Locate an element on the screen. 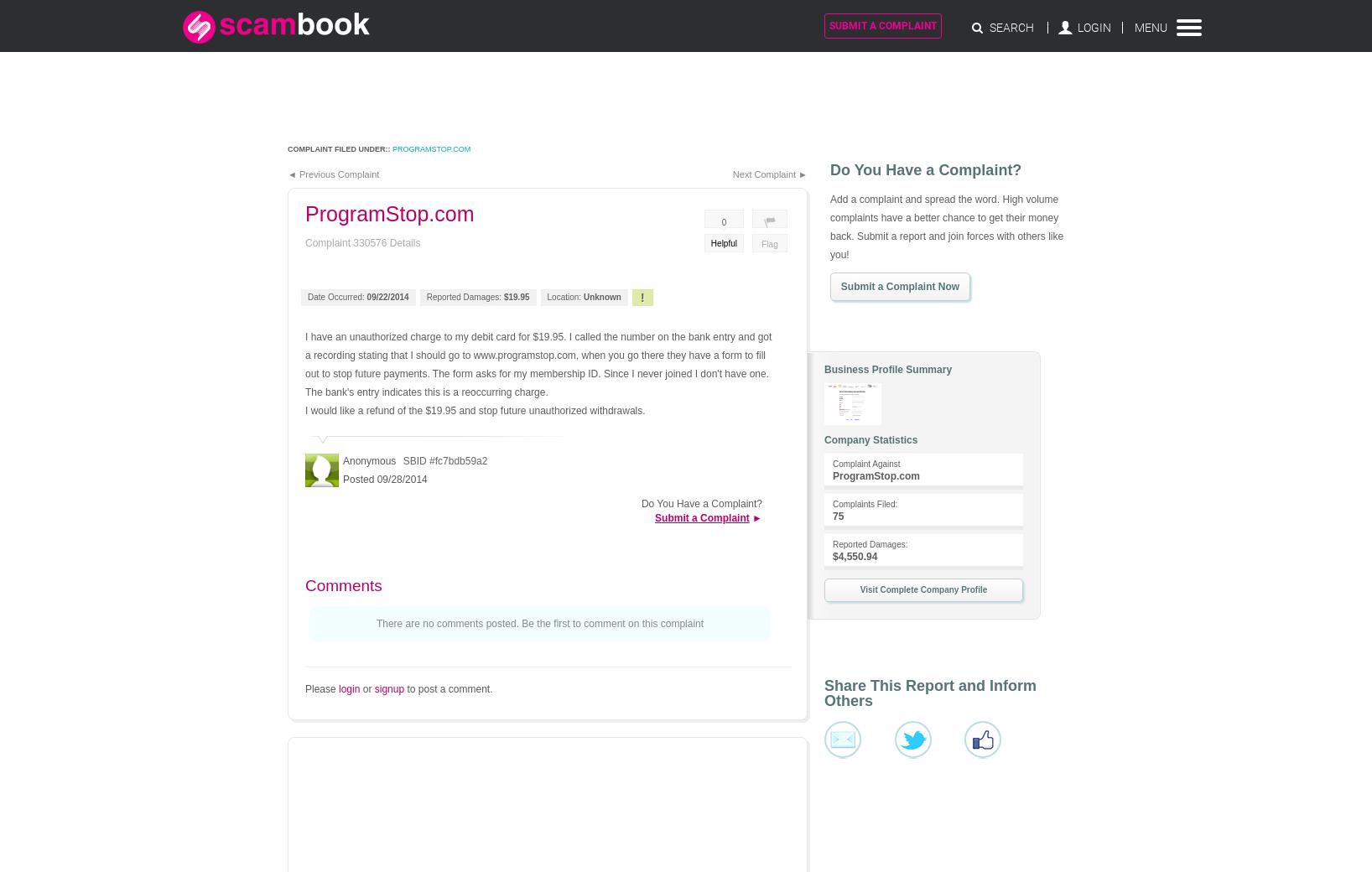  '$4,550.94' is located at coordinates (854, 557).